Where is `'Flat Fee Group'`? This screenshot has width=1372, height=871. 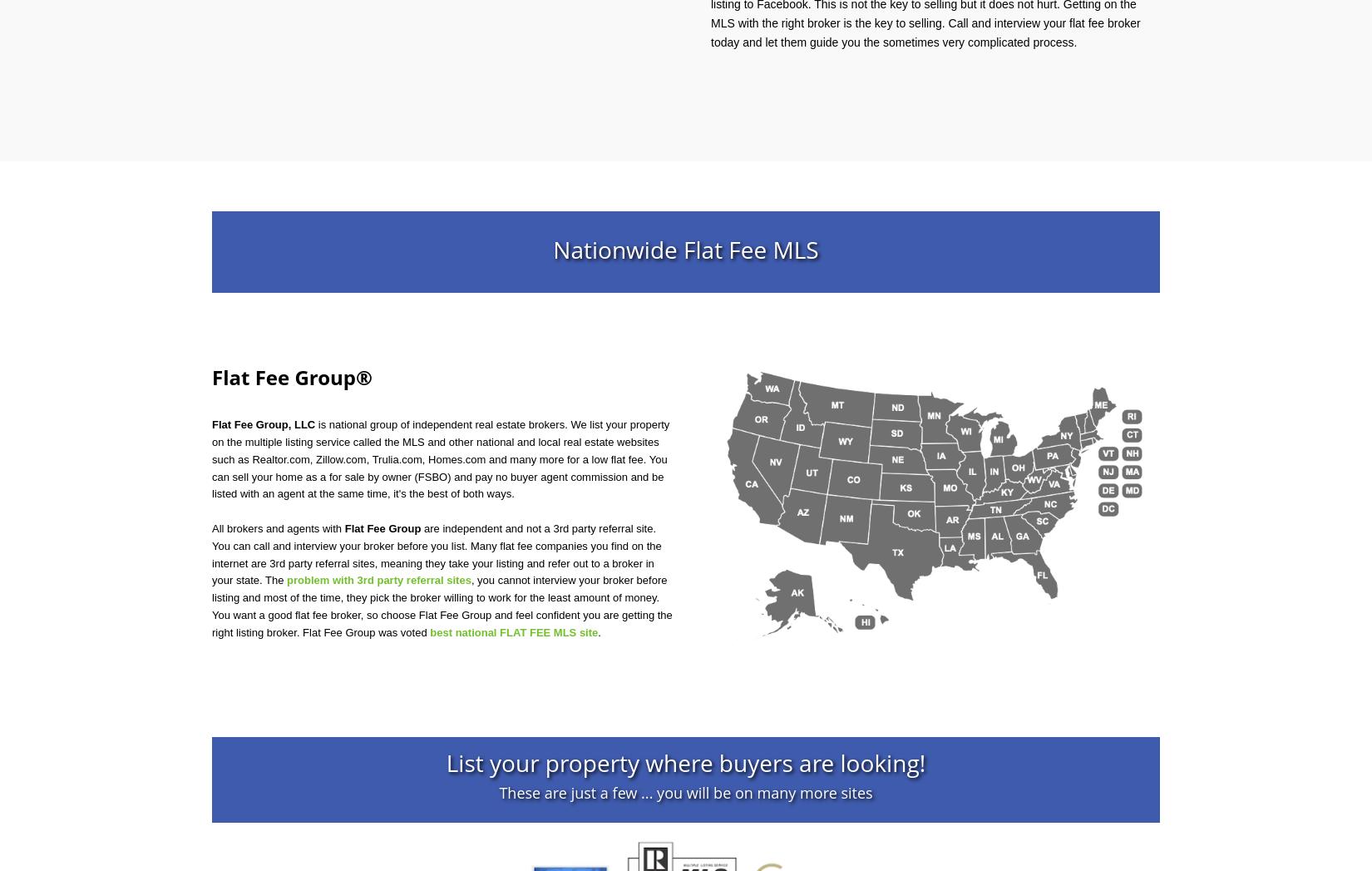
'Flat Fee Group' is located at coordinates (382, 528).